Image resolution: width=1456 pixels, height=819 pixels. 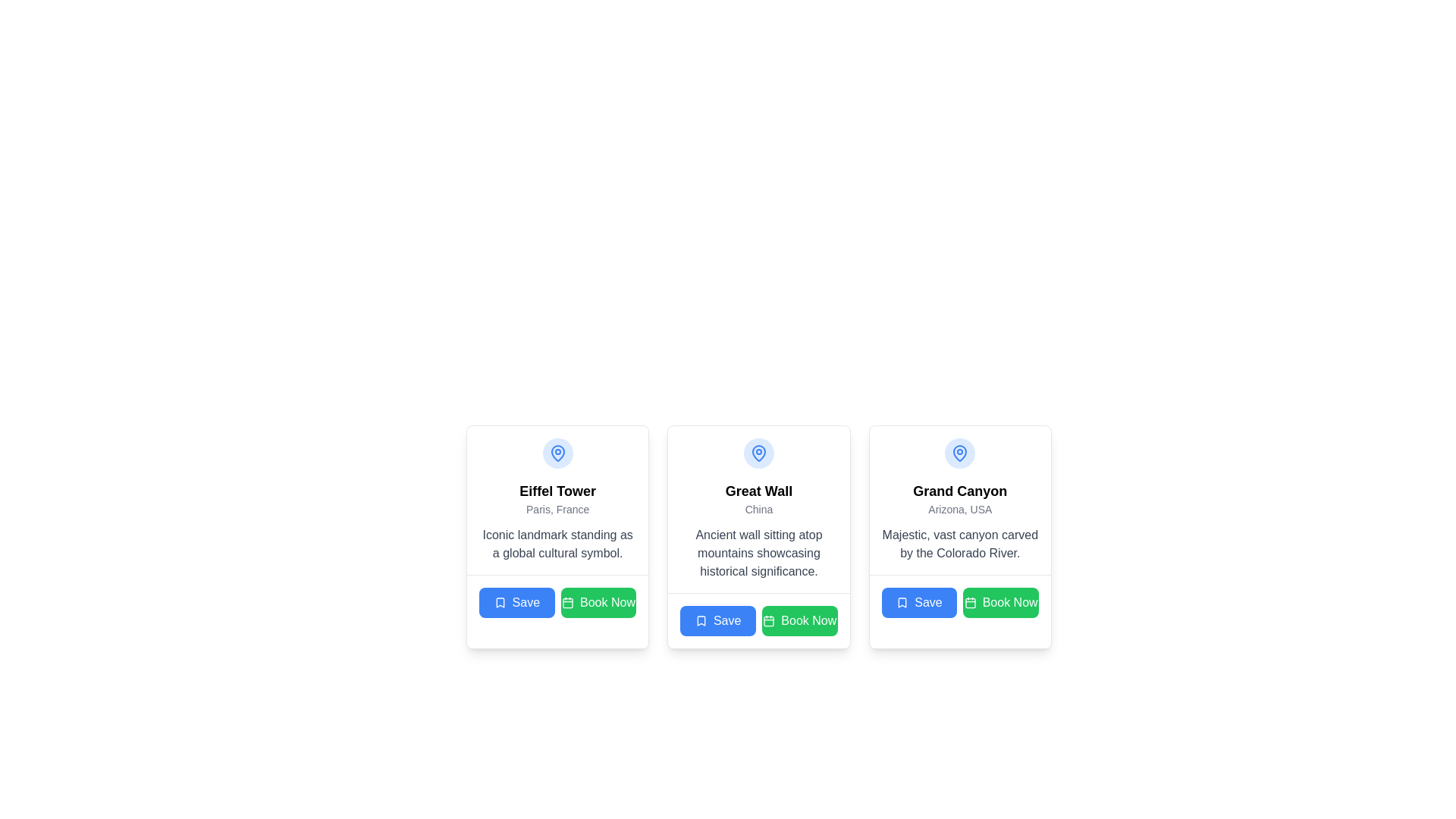 I want to click on the map pin icon with a blue outline on a light blue circular background located at the top center of the 'Grand Canyon' card, directly above the title, so click(x=959, y=452).